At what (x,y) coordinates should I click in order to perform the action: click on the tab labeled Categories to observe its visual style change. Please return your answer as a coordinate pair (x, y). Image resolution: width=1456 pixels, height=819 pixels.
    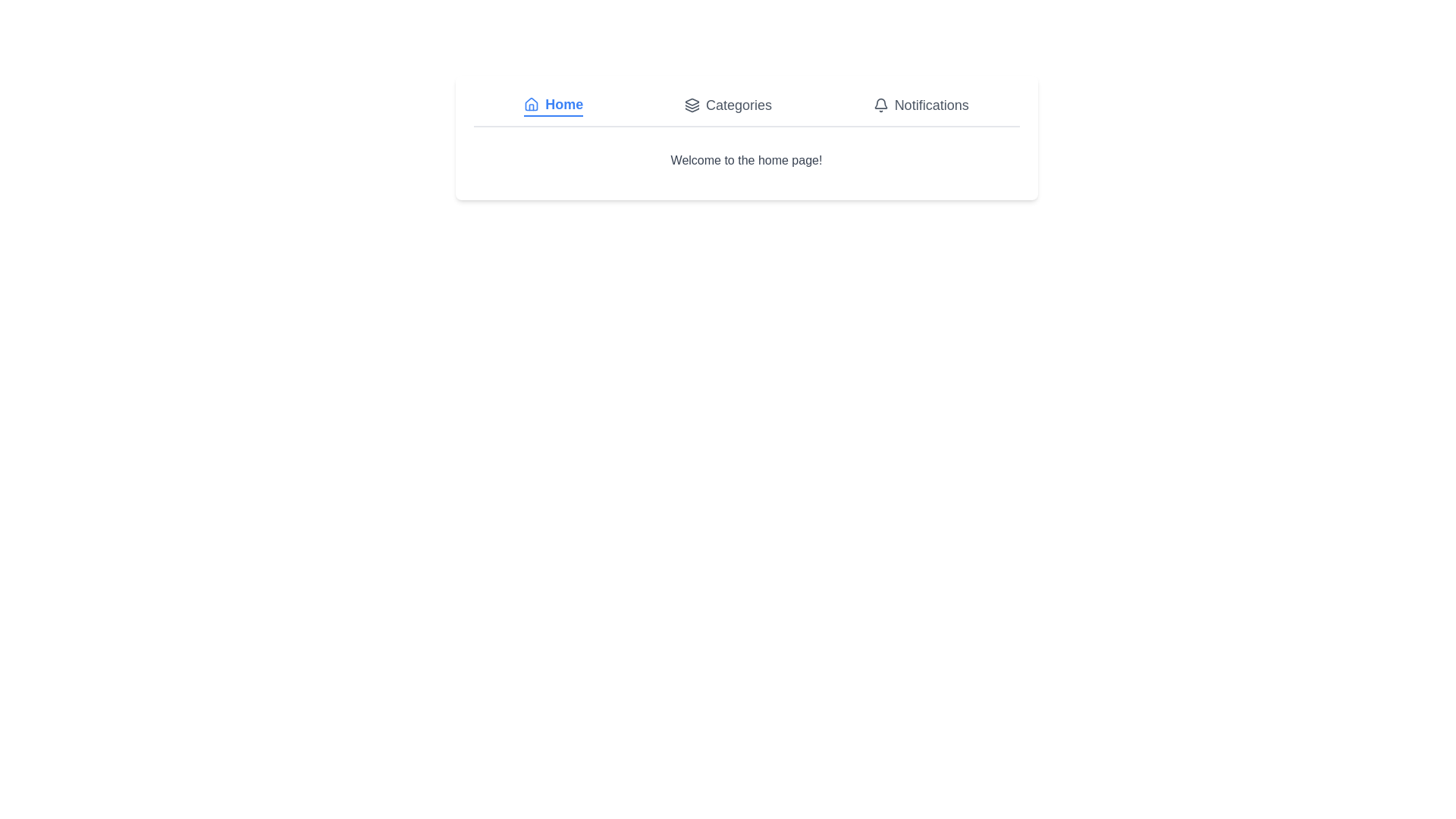
    Looking at the image, I should click on (728, 104).